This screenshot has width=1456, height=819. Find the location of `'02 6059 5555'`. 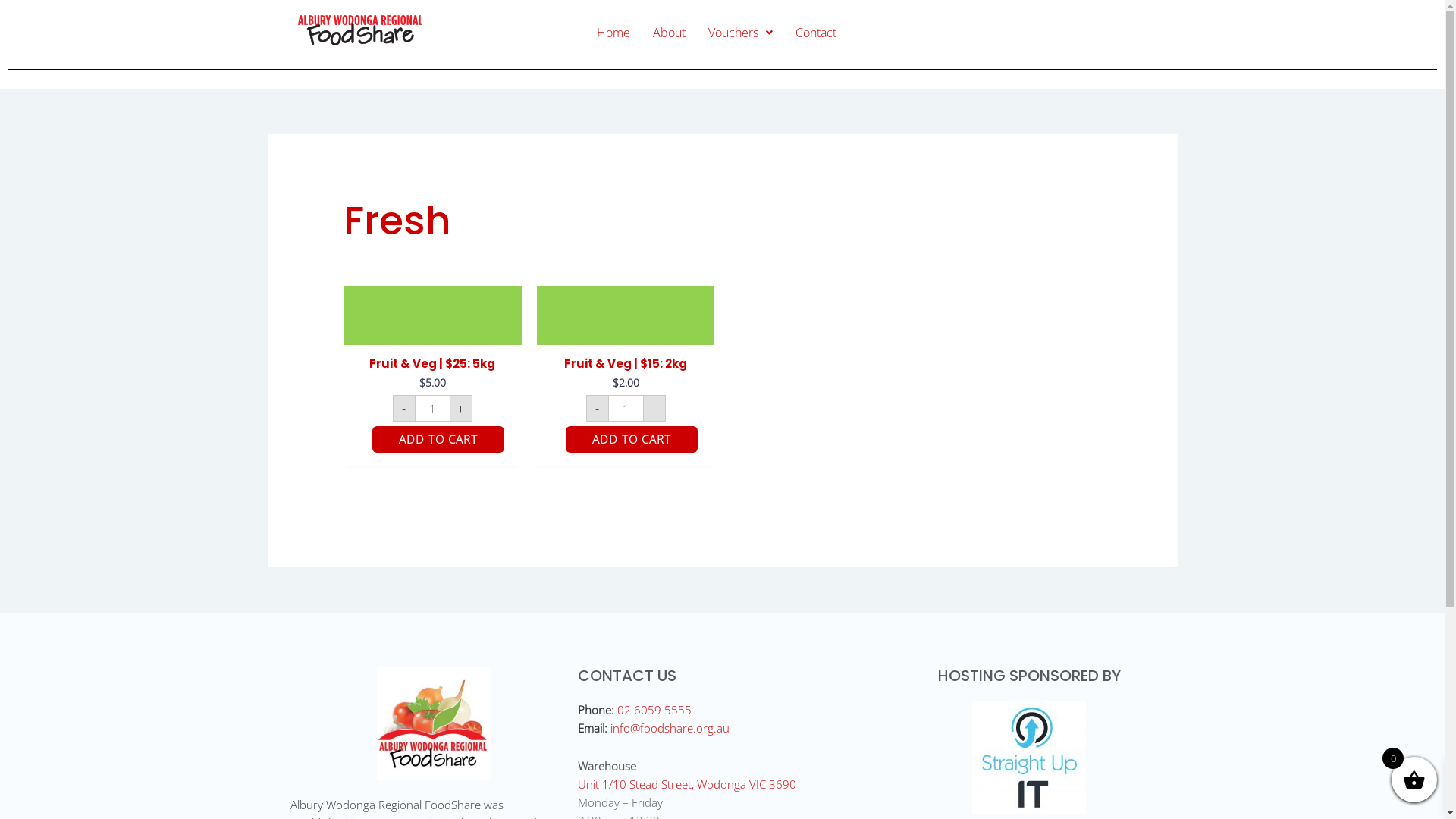

'02 6059 5555' is located at coordinates (654, 710).